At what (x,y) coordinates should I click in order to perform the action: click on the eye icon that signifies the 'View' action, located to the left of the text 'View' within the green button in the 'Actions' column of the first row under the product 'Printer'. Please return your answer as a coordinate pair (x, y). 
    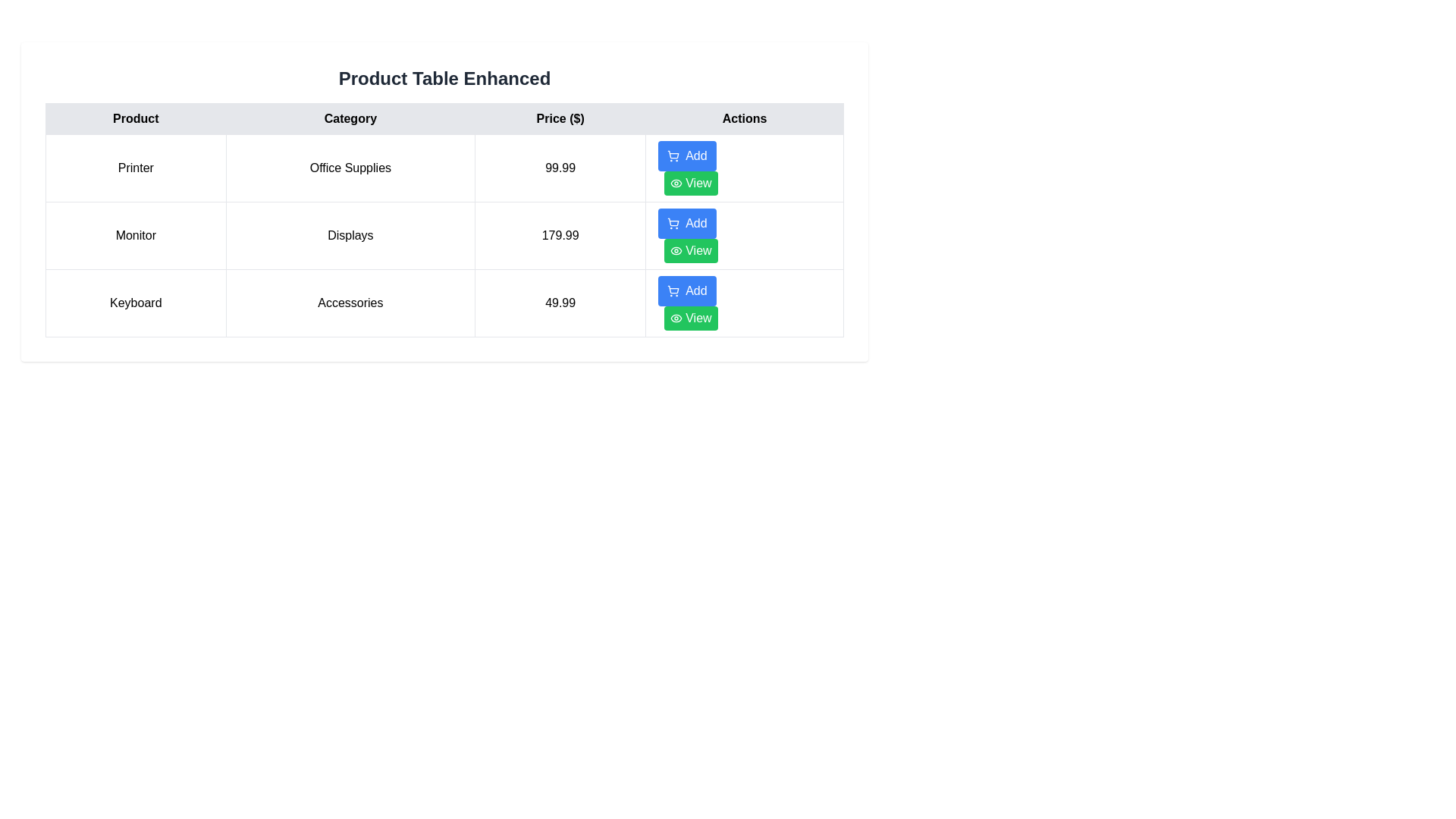
    Looking at the image, I should click on (676, 183).